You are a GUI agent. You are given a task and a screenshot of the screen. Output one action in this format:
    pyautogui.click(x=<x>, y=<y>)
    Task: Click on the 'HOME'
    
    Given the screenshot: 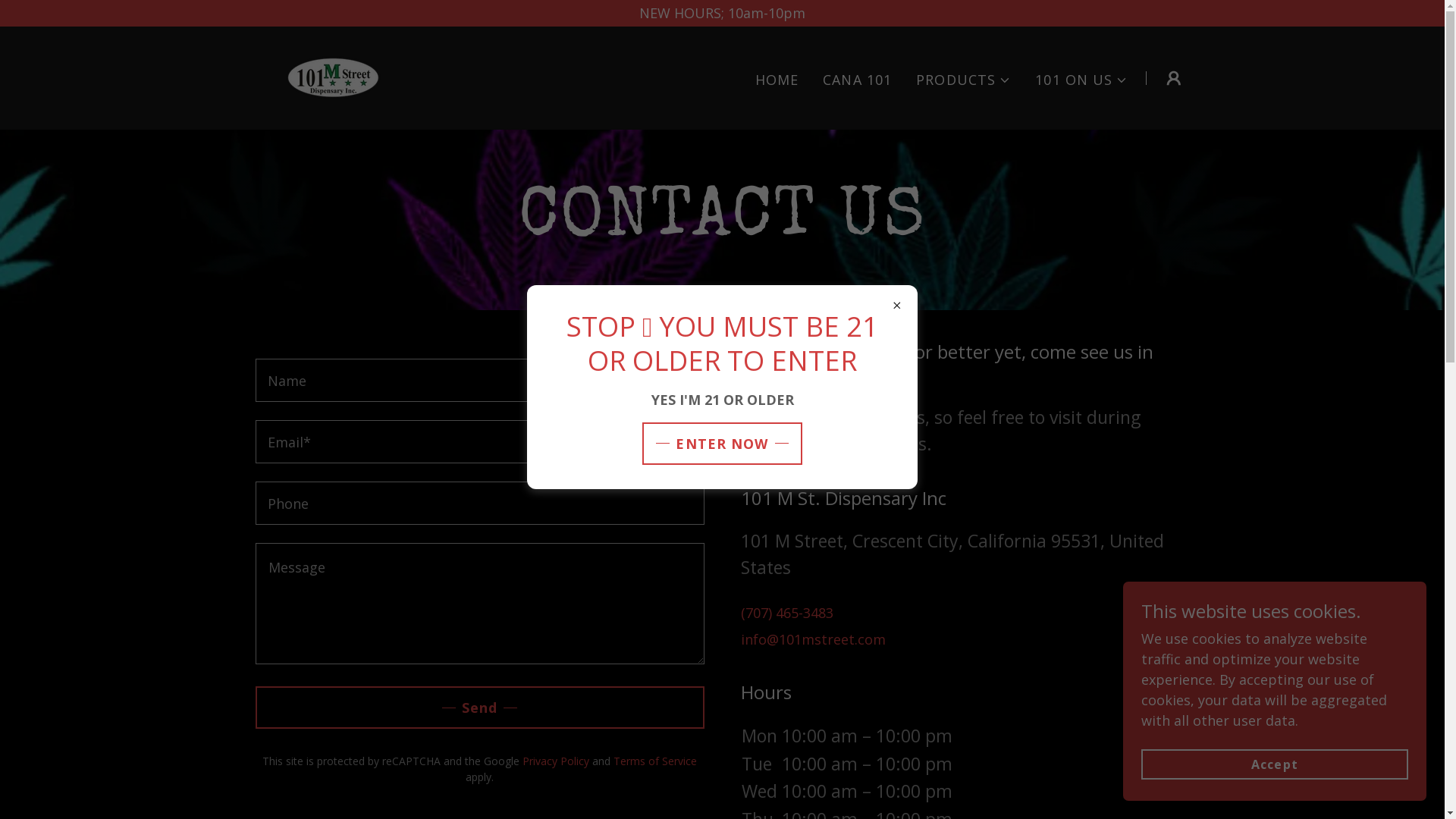 What is the action you would take?
    pyautogui.click(x=777, y=80)
    